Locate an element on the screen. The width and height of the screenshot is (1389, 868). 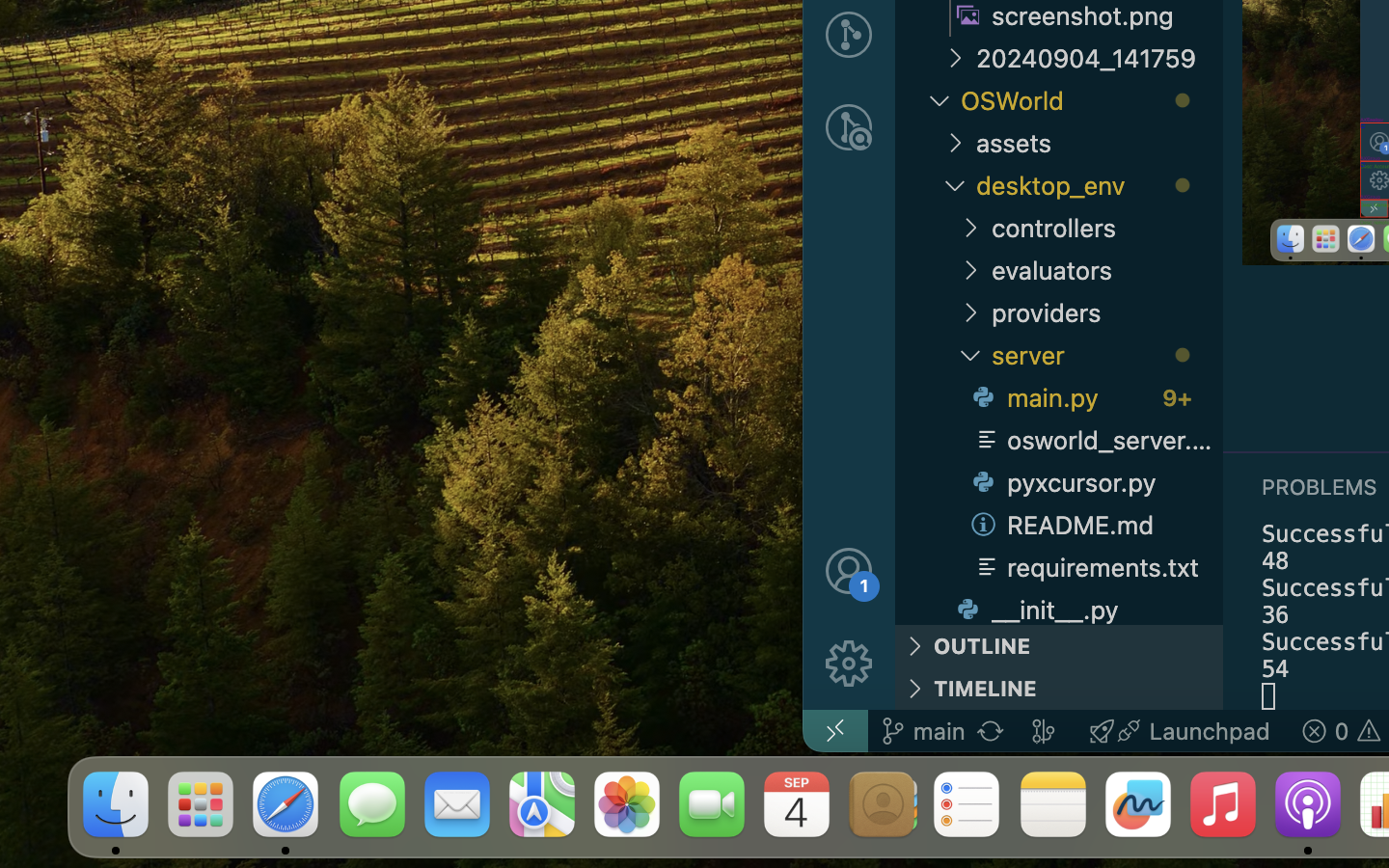
'README.md ' is located at coordinates (1093, 523).